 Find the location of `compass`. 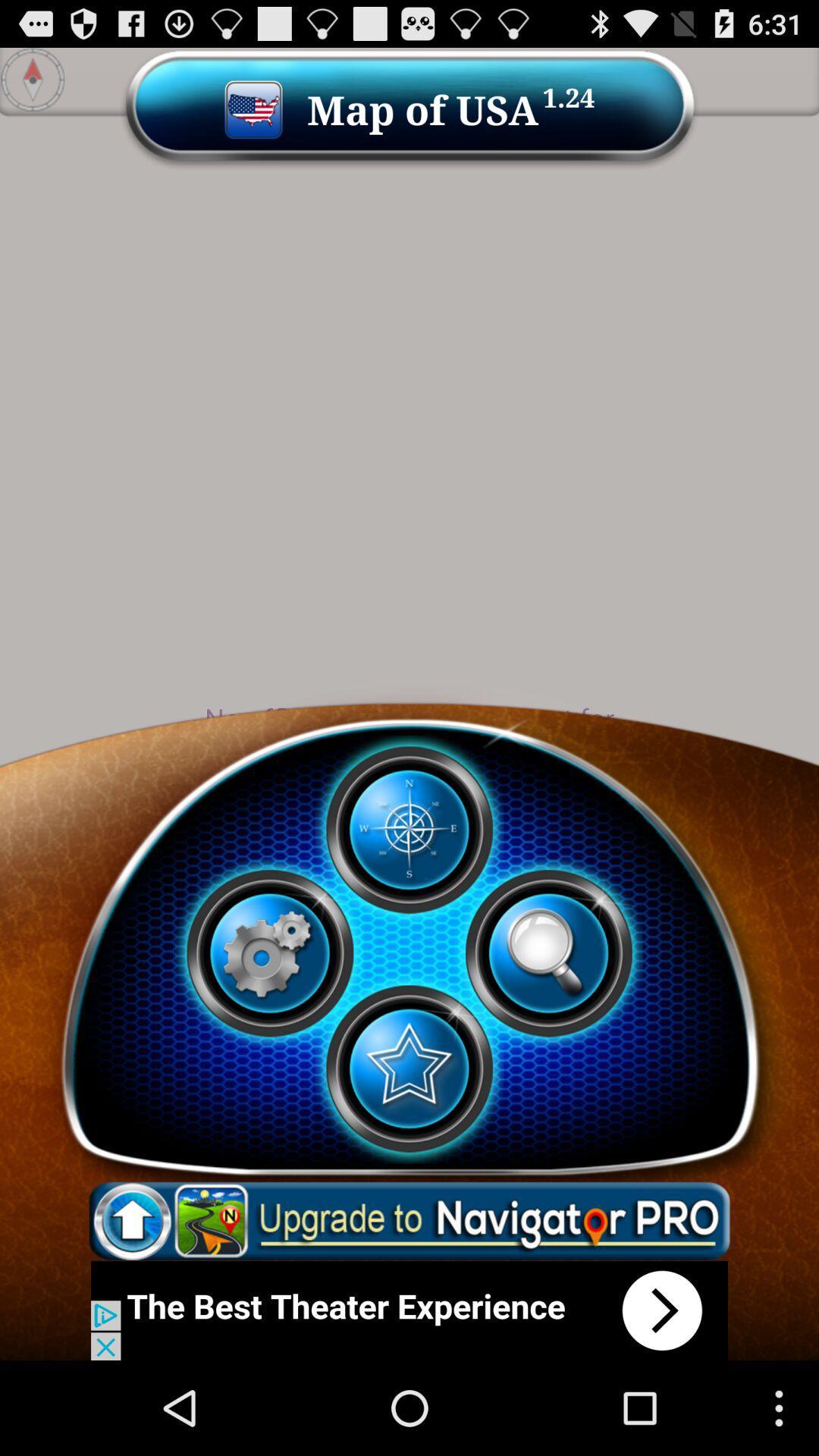

compass is located at coordinates (408, 829).